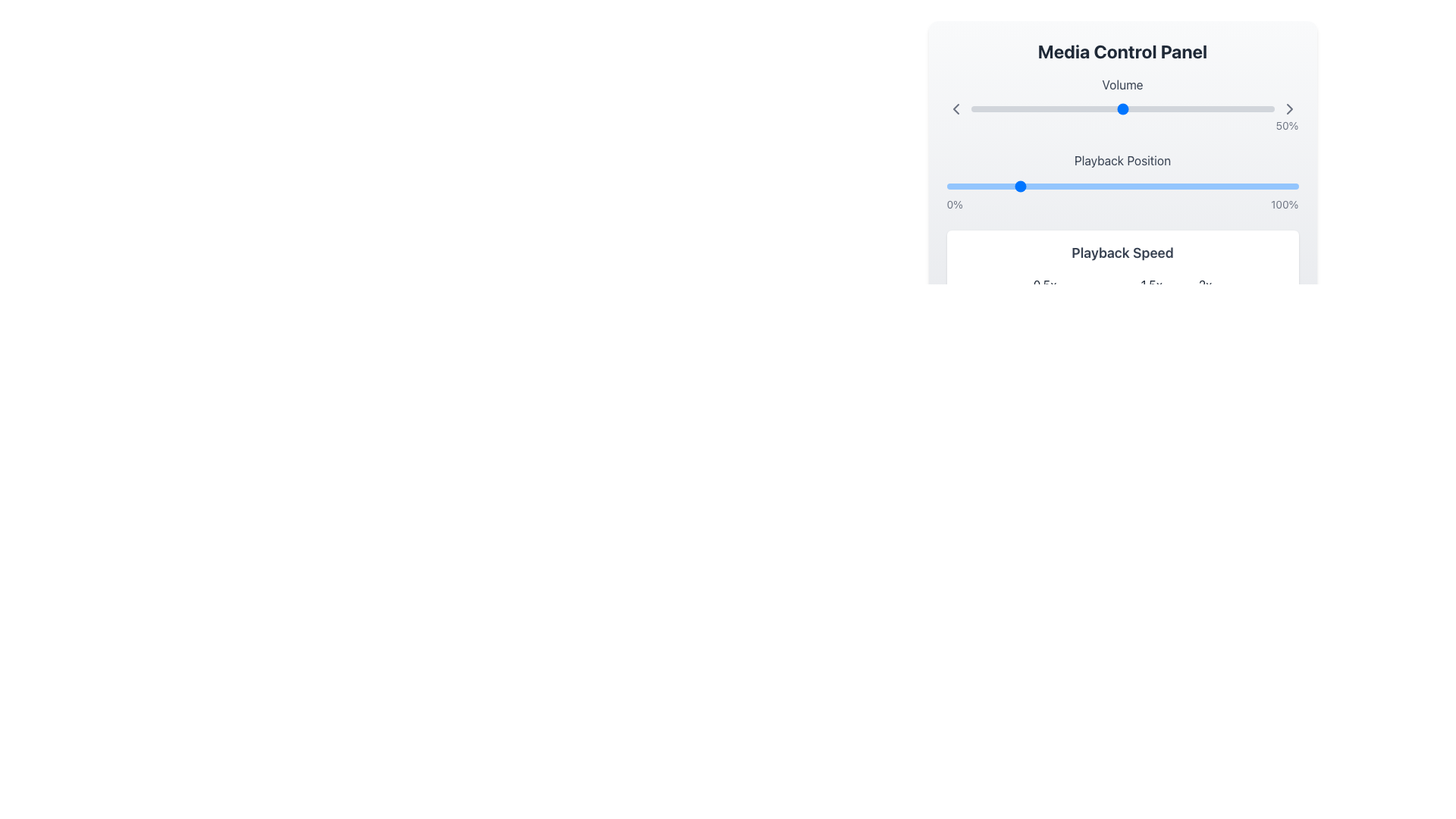 The image size is (1456, 819). Describe the element at coordinates (1151, 284) in the screenshot. I see `the playback speed button labeled '1.5x'` at that location.